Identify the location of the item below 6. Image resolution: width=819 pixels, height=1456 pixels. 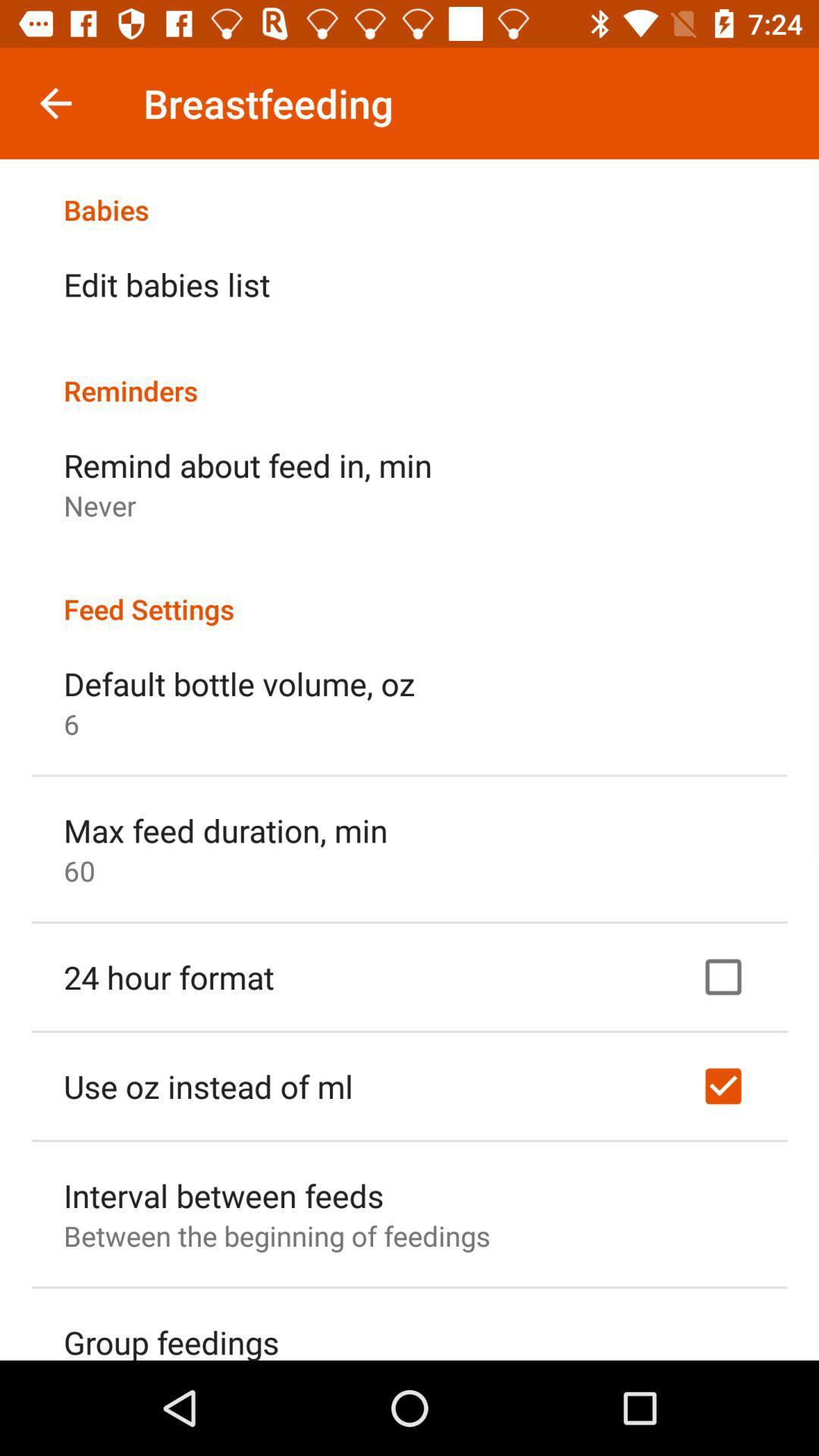
(225, 829).